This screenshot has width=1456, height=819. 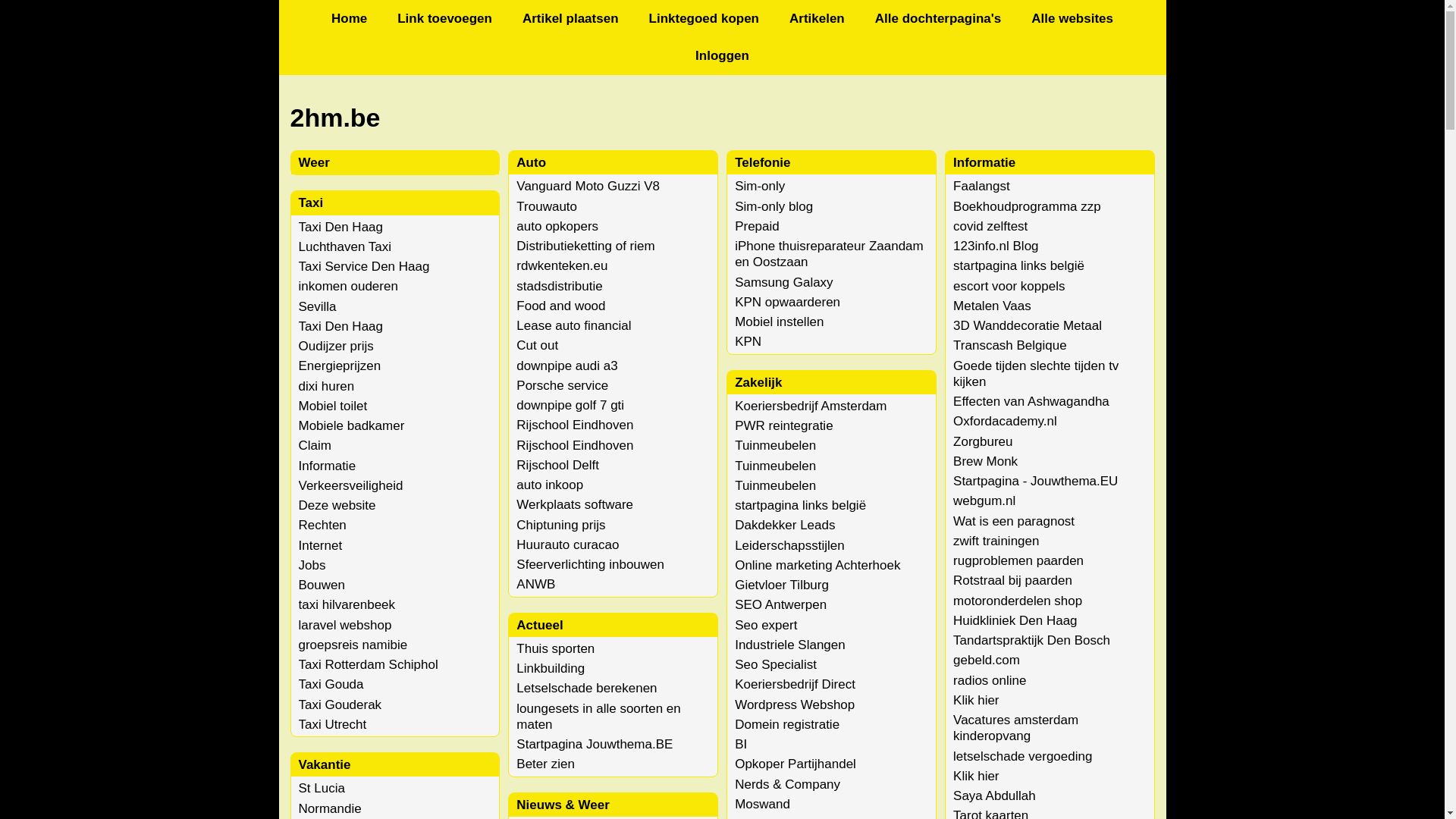 What do you see at coordinates (557, 464) in the screenshot?
I see `'Rijschool Delft'` at bounding box center [557, 464].